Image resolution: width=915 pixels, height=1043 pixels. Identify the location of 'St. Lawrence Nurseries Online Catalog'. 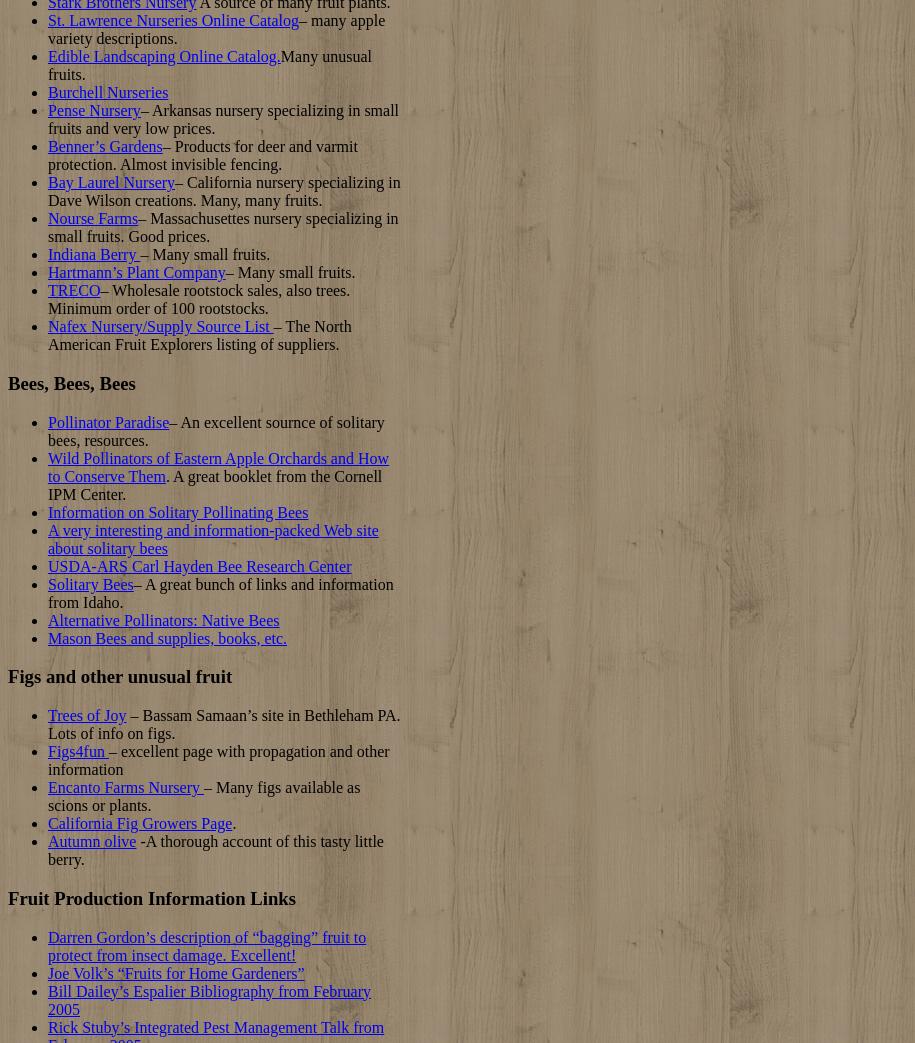
(172, 19).